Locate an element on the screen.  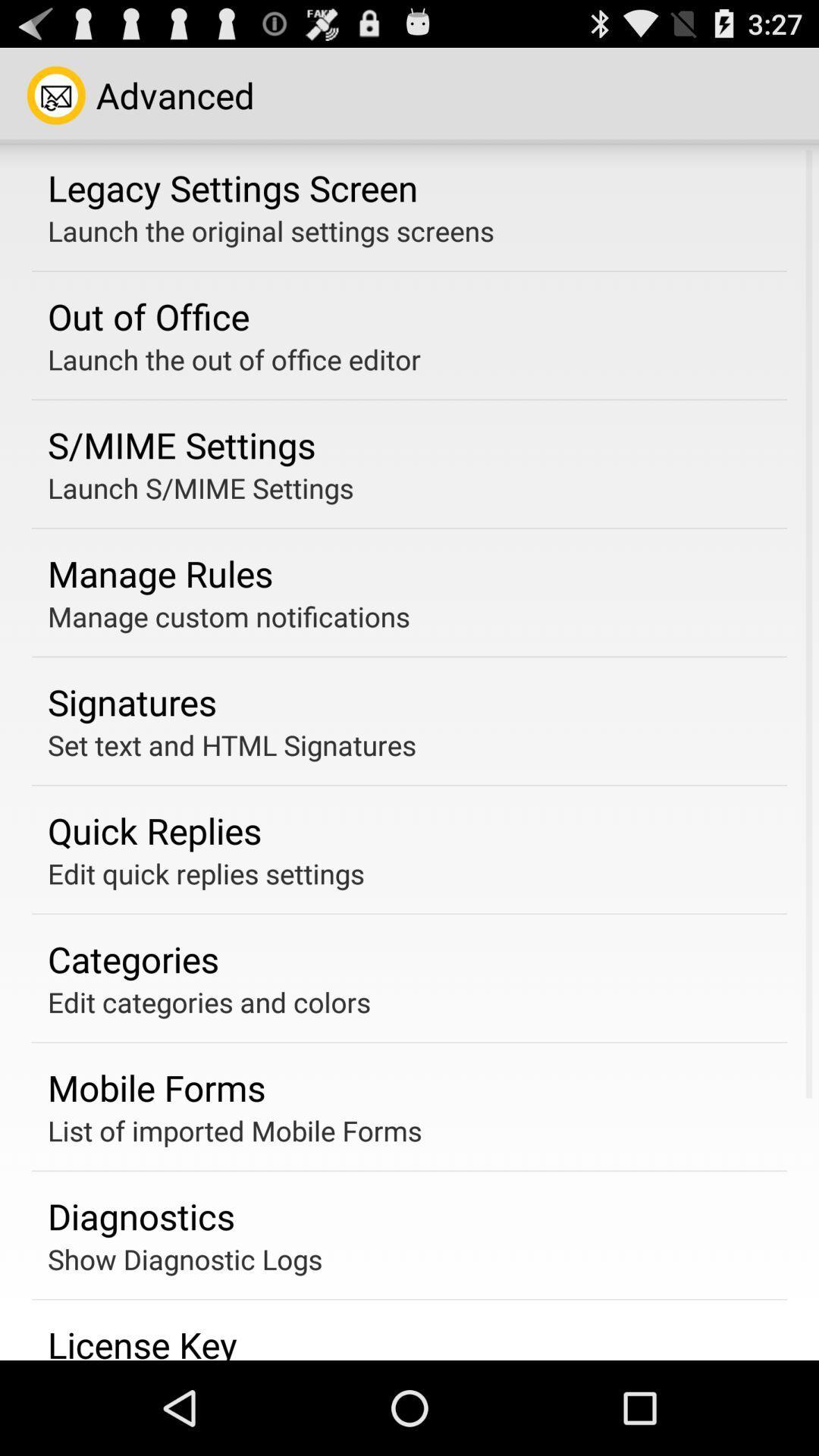
the app below signatures is located at coordinates (231, 745).